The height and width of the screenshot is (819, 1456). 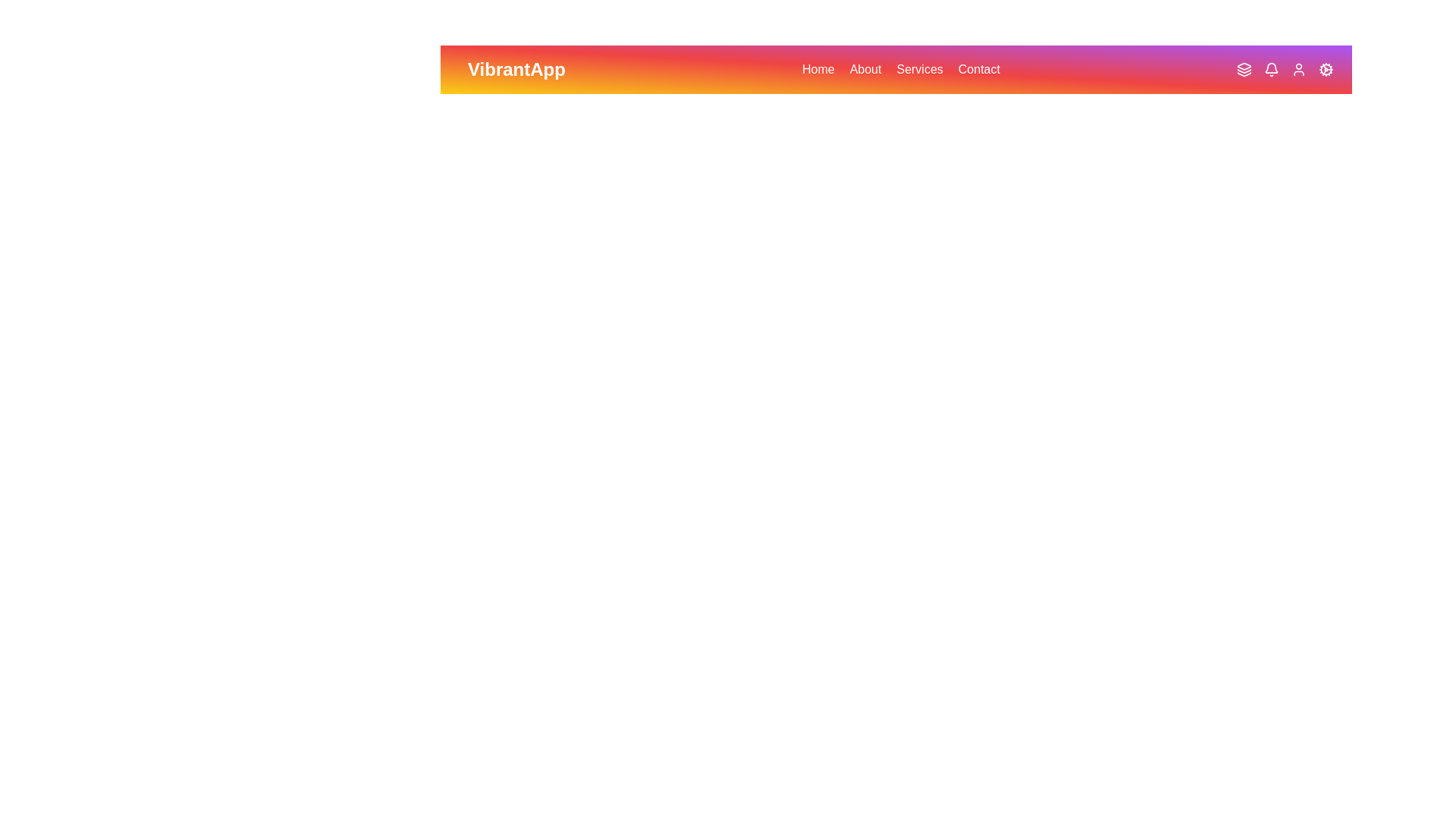 I want to click on the link labeled Home to trigger its hover effect, so click(x=817, y=70).